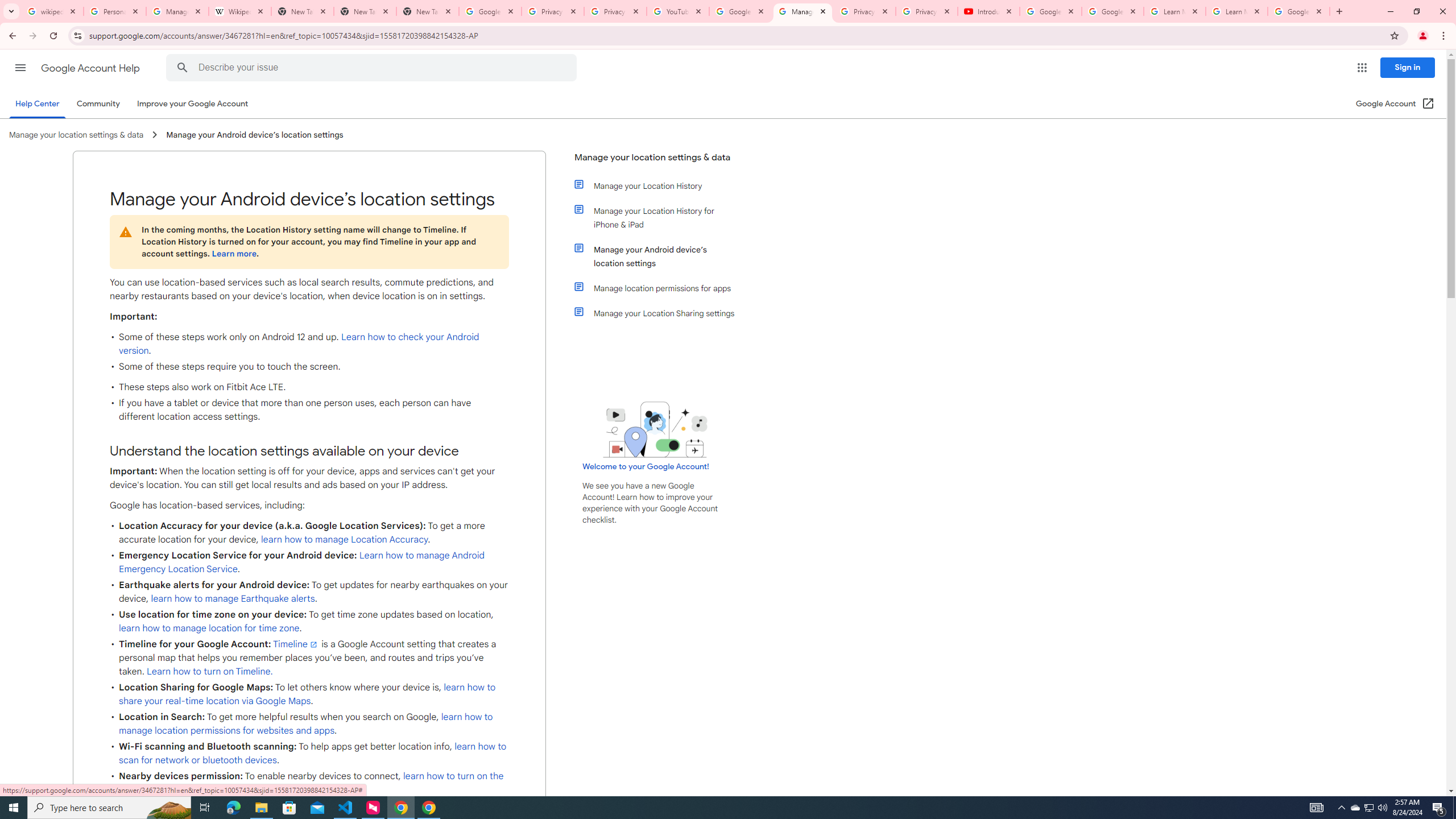 The height and width of the screenshot is (819, 1456). What do you see at coordinates (661, 185) in the screenshot?
I see `'Manage your Location History'` at bounding box center [661, 185].